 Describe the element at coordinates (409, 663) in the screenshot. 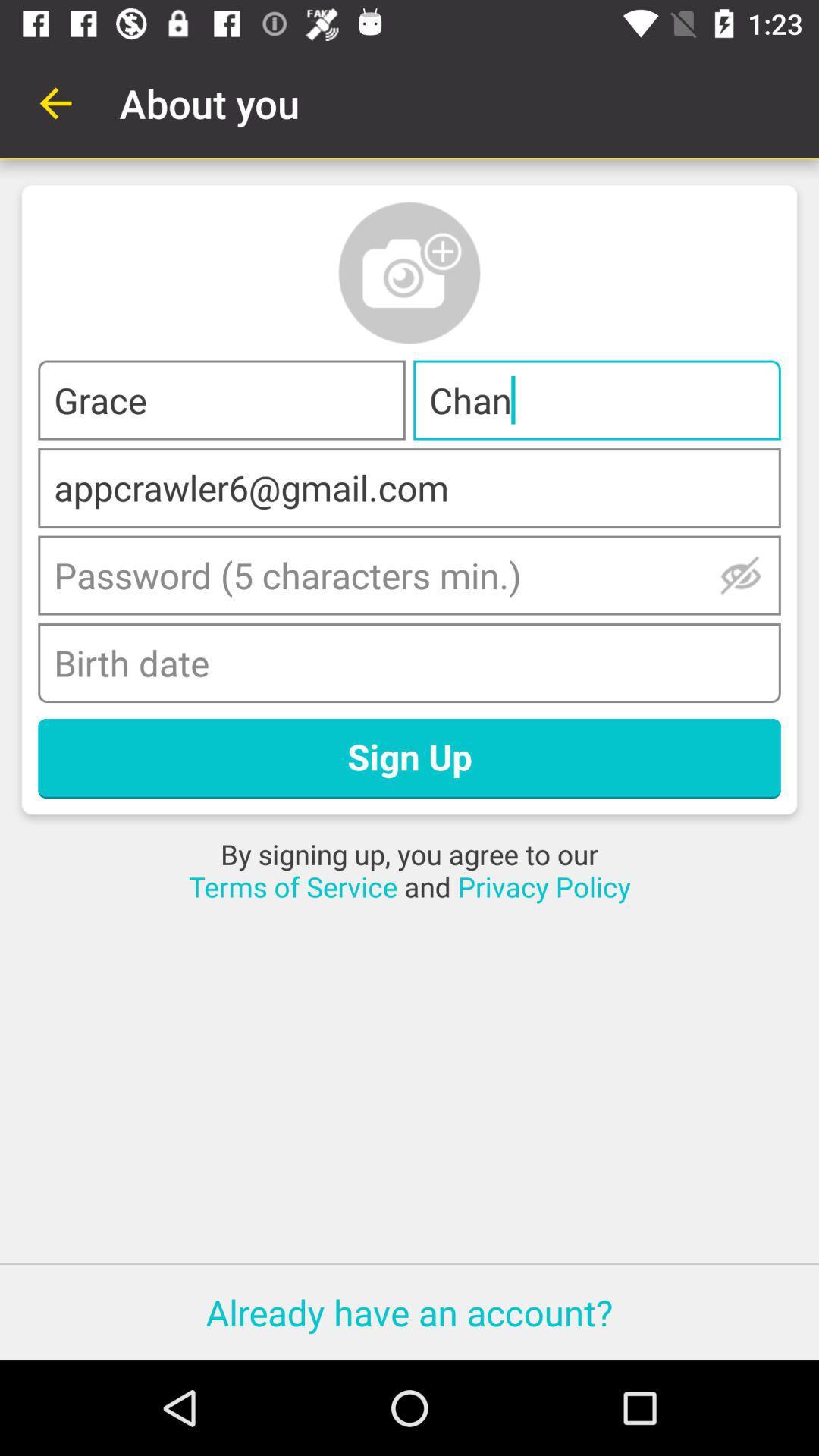

I see `birthdate` at that location.